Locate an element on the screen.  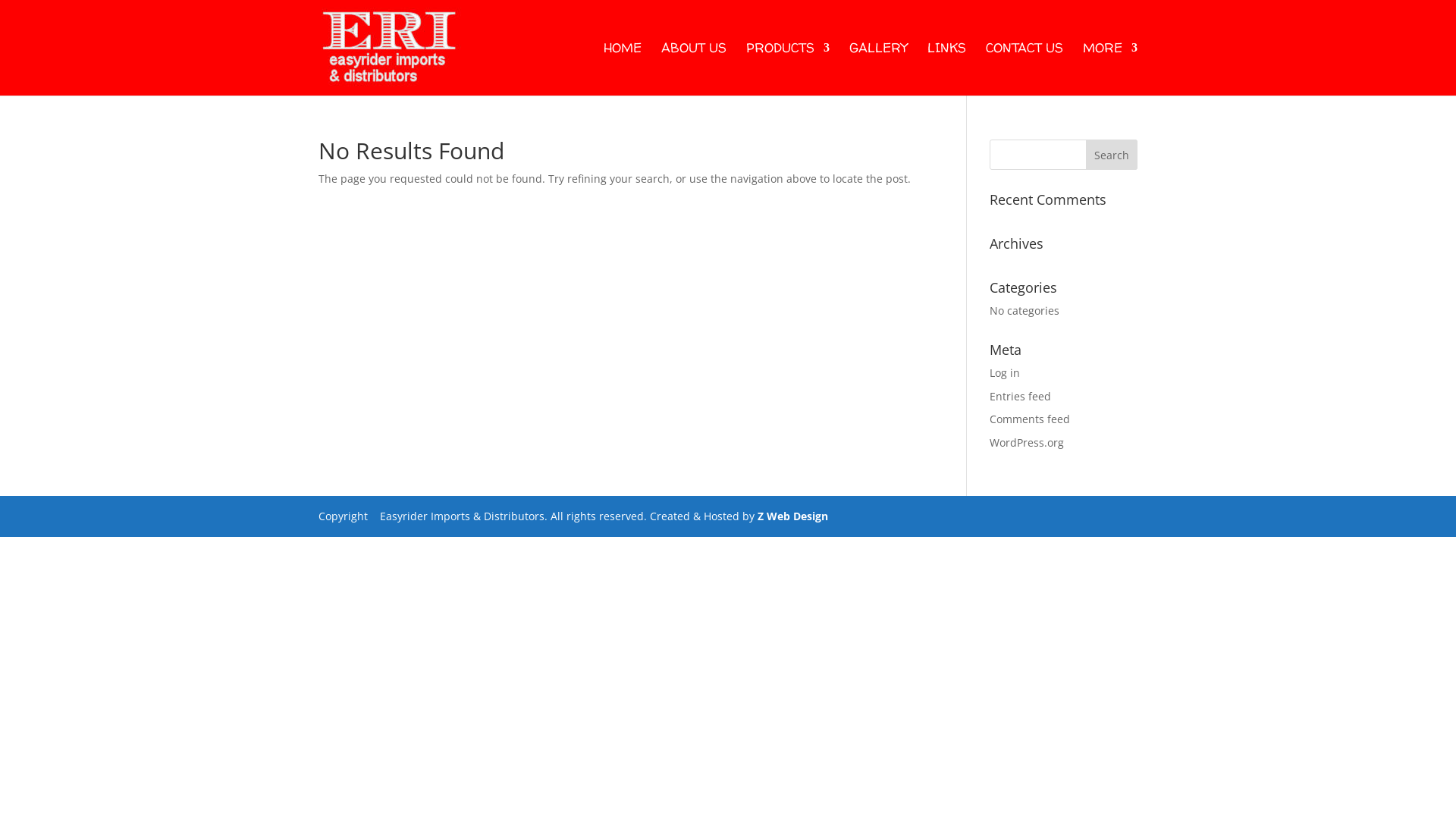
'LINKS' is located at coordinates (927, 69).